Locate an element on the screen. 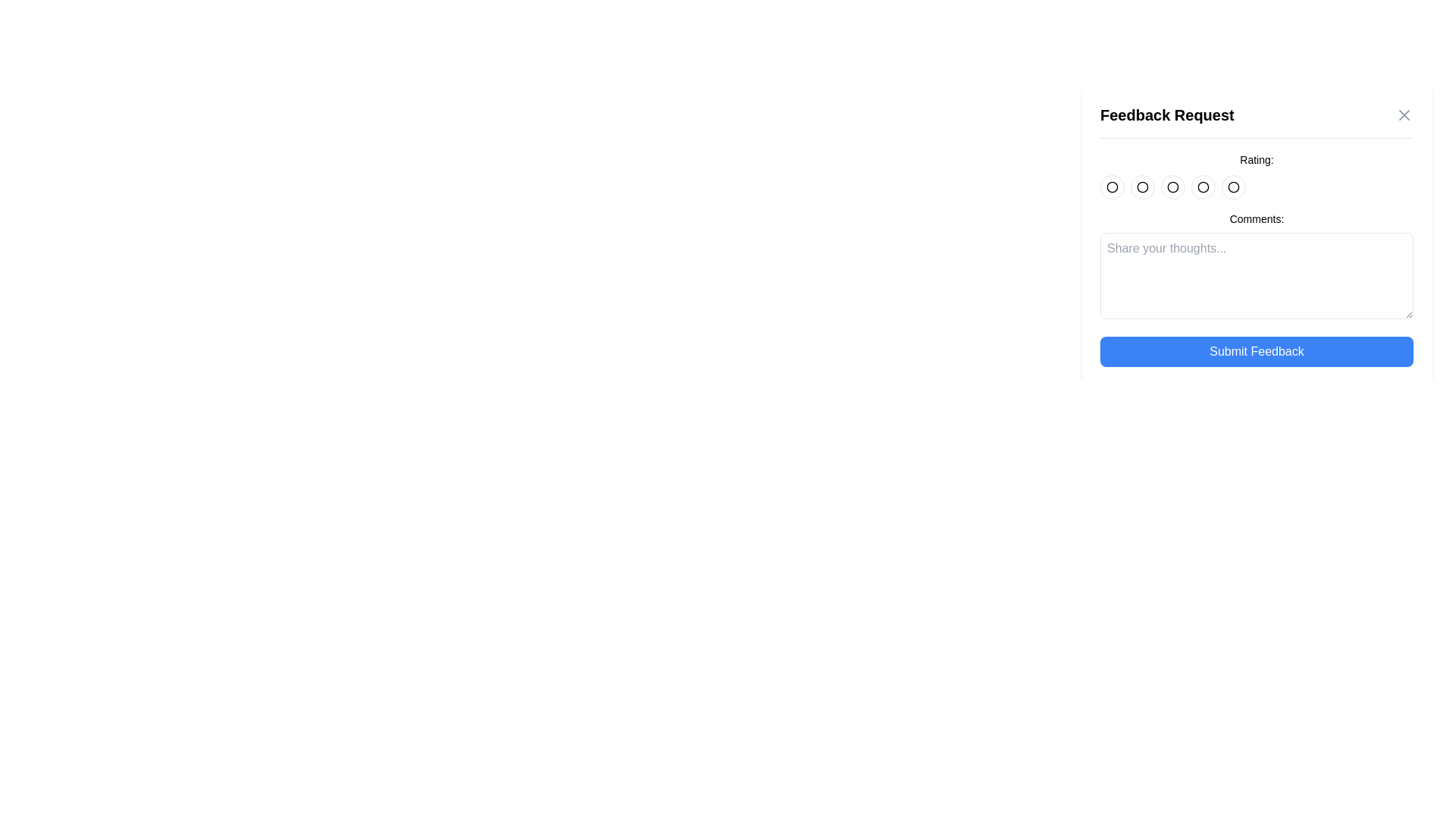 This screenshot has height=819, width=1456. the second circular button near the top-right section of the feedback form is located at coordinates (1143, 186).